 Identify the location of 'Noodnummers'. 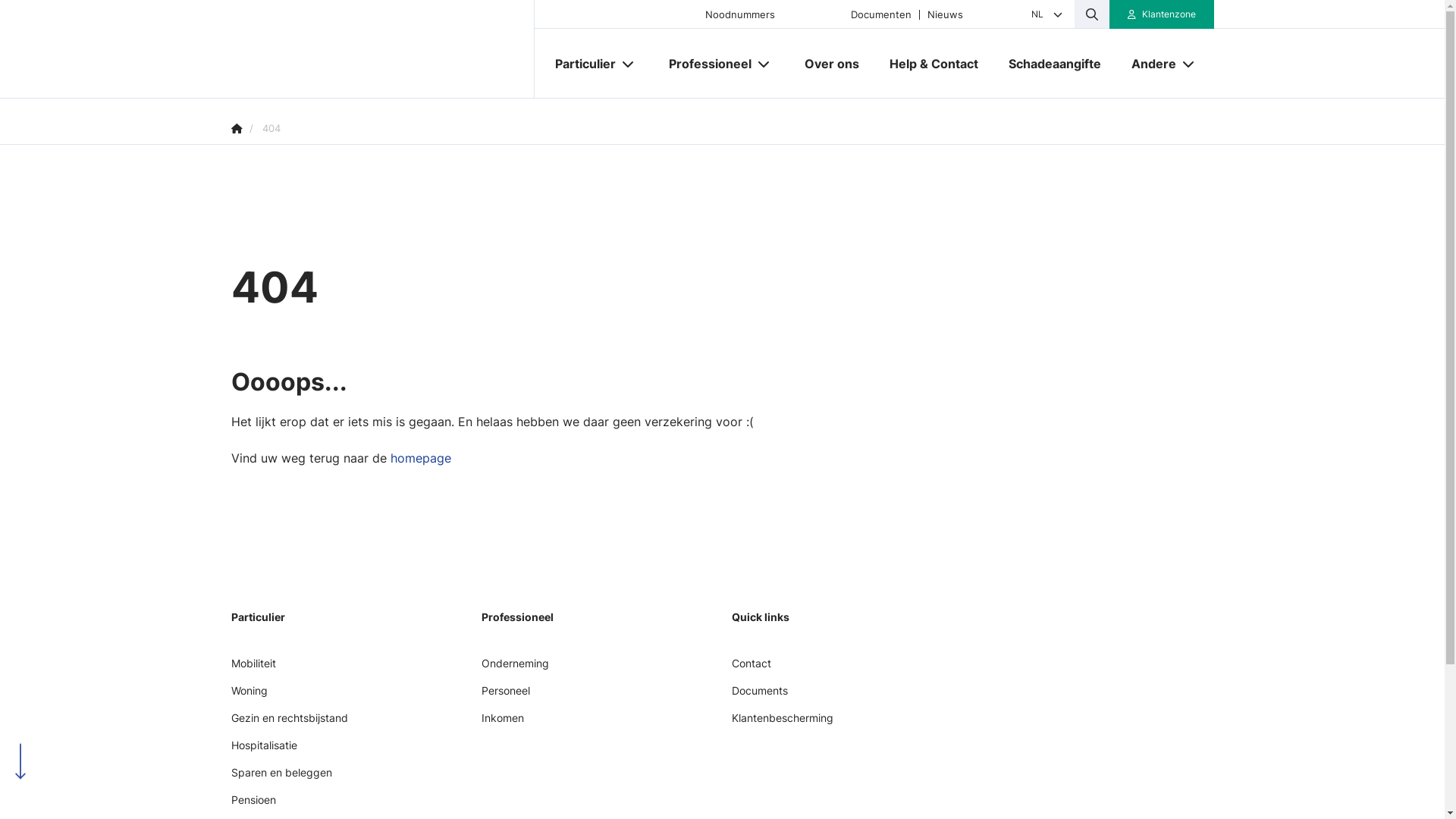
(739, 14).